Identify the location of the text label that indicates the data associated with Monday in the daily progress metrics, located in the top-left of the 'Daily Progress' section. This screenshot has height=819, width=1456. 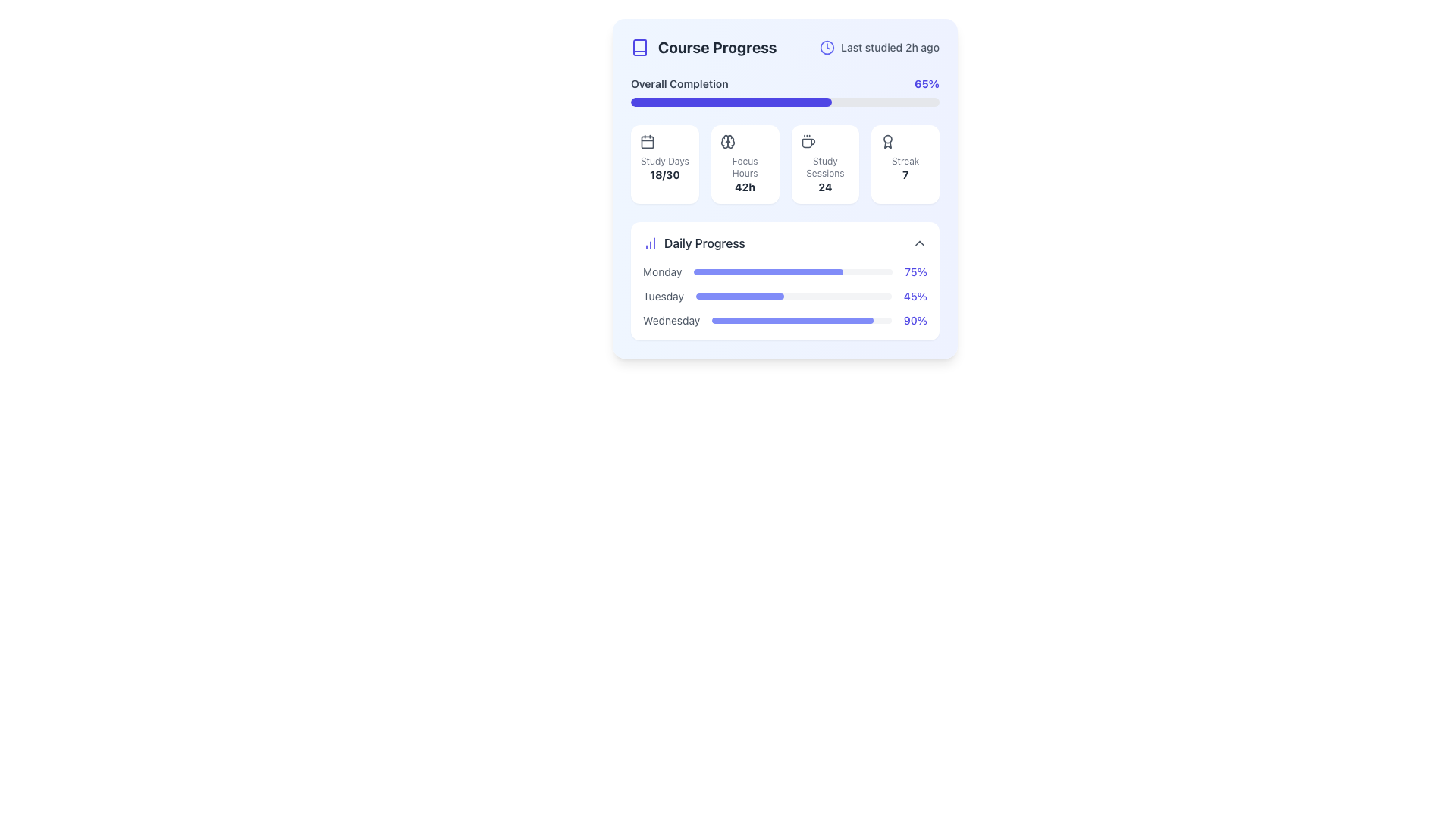
(662, 271).